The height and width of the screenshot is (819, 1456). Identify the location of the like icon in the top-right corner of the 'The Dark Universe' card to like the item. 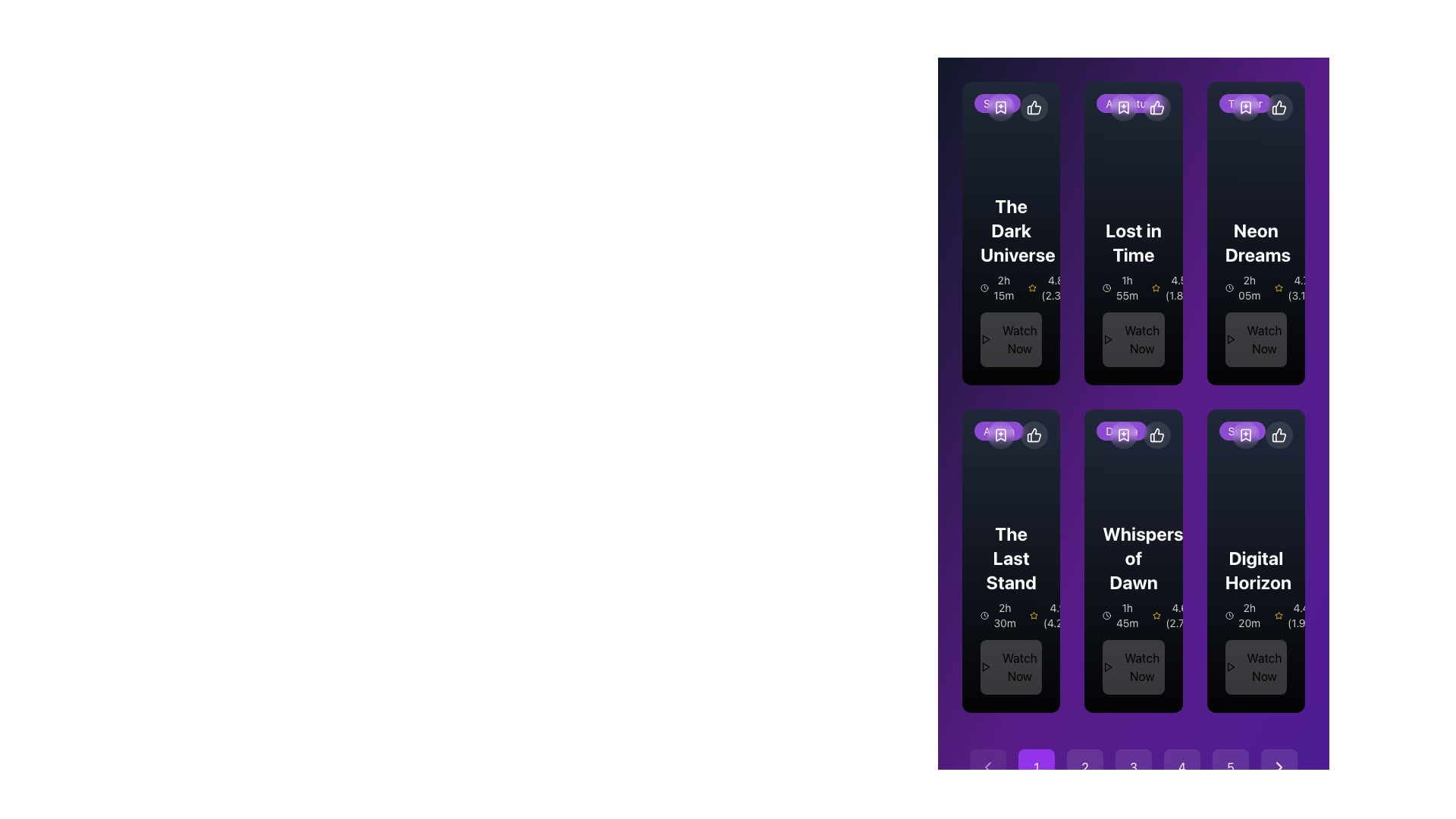
(1018, 107).